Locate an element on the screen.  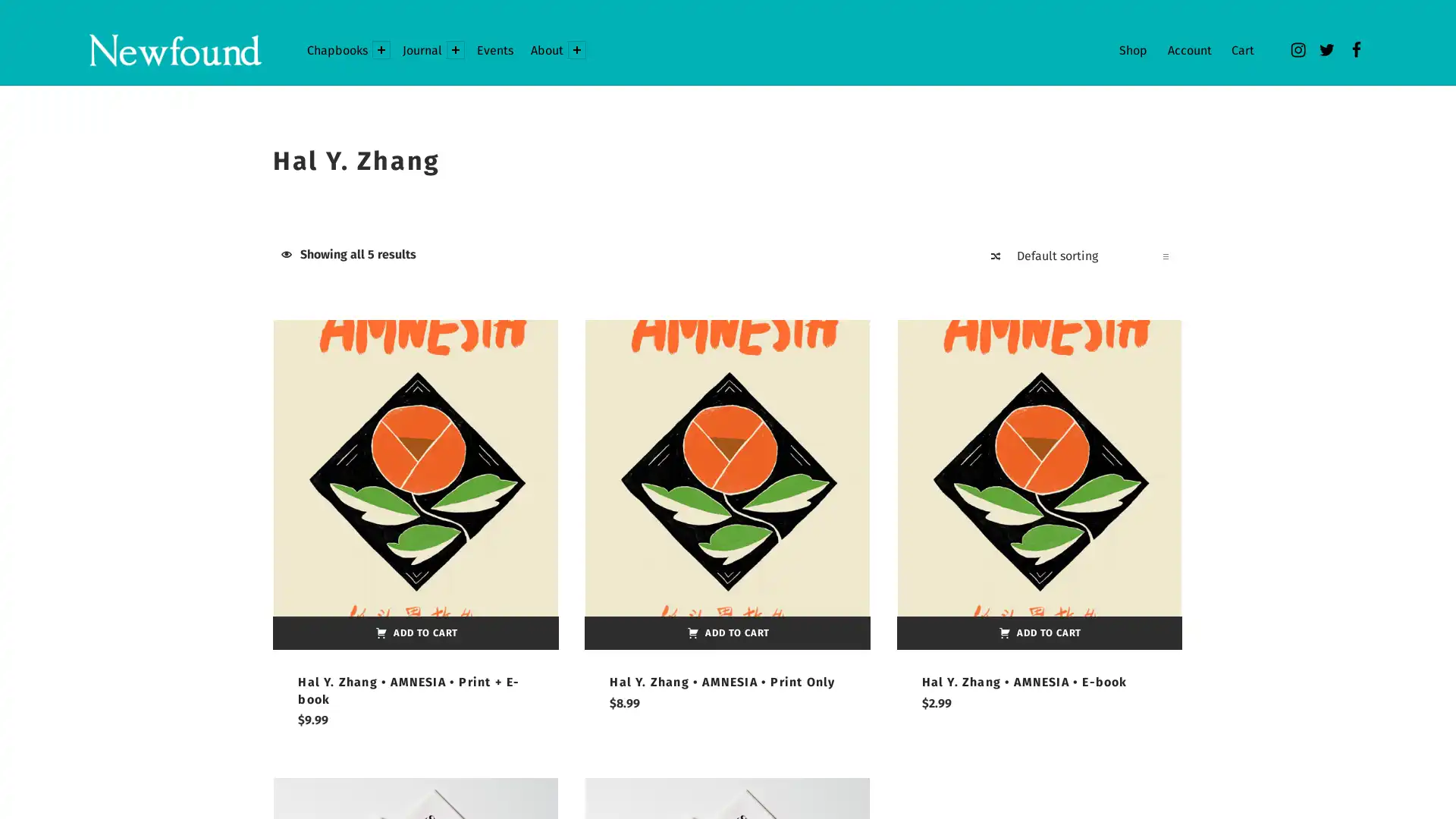
Expand menu: About is located at coordinates (575, 49).